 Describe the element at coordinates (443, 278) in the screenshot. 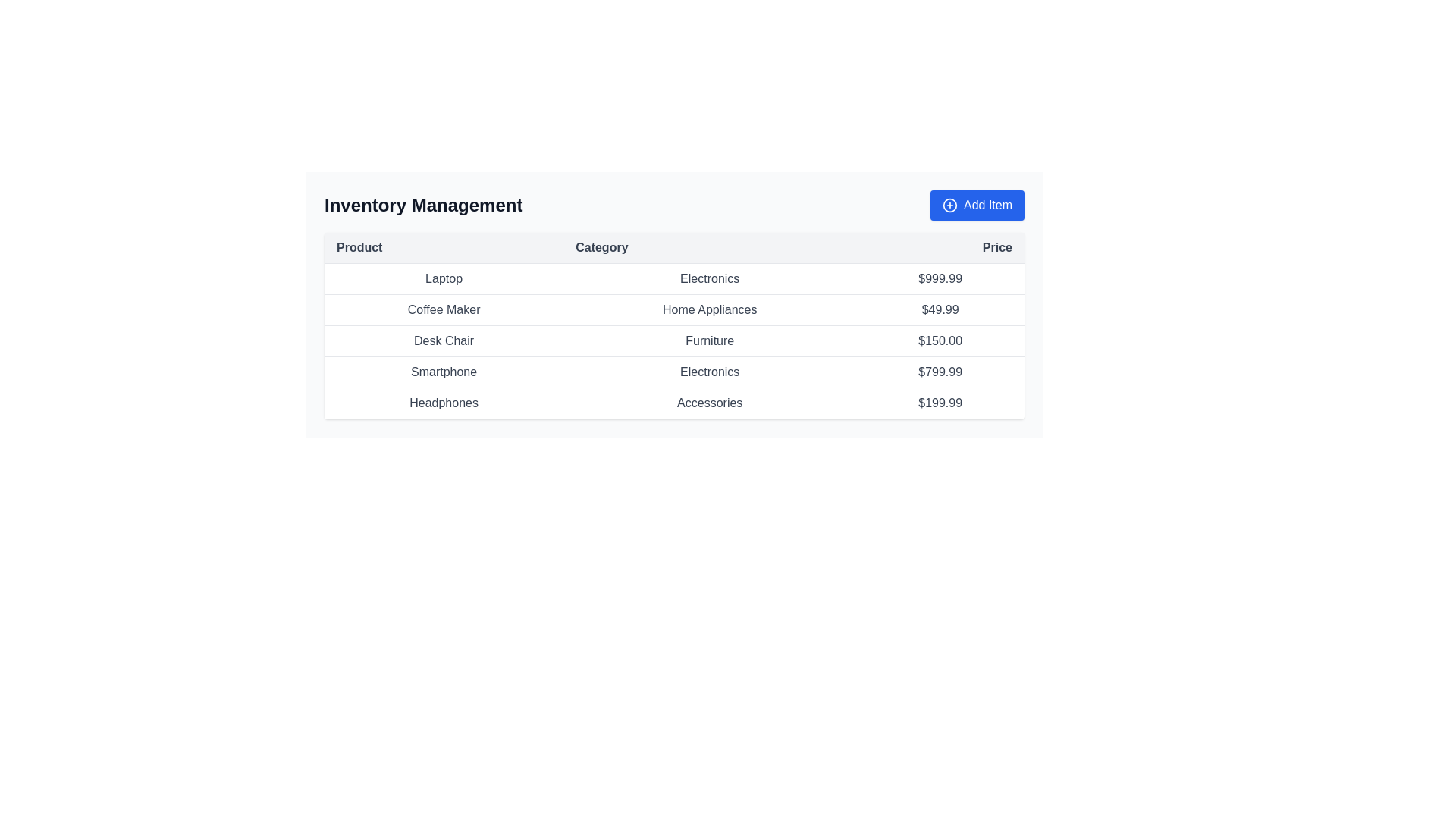

I see `Text label indicating the product name in the first data row under the 'Product' column of the inventory management table for additional information` at that location.